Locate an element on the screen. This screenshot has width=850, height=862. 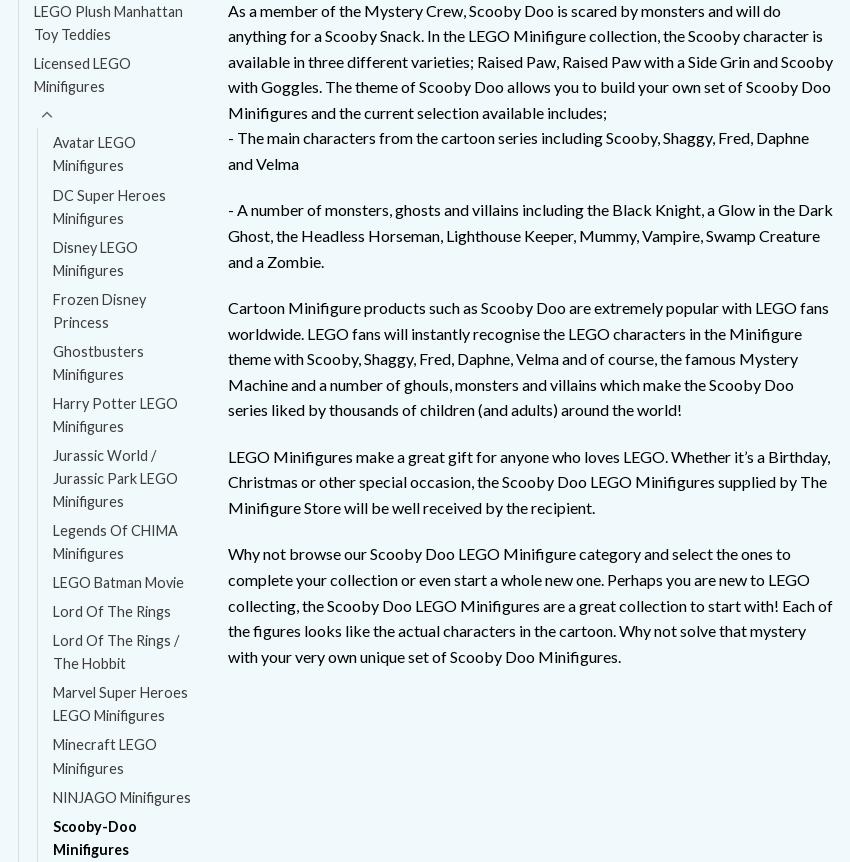
'NINJAGO Minifigures' is located at coordinates (120, 795).